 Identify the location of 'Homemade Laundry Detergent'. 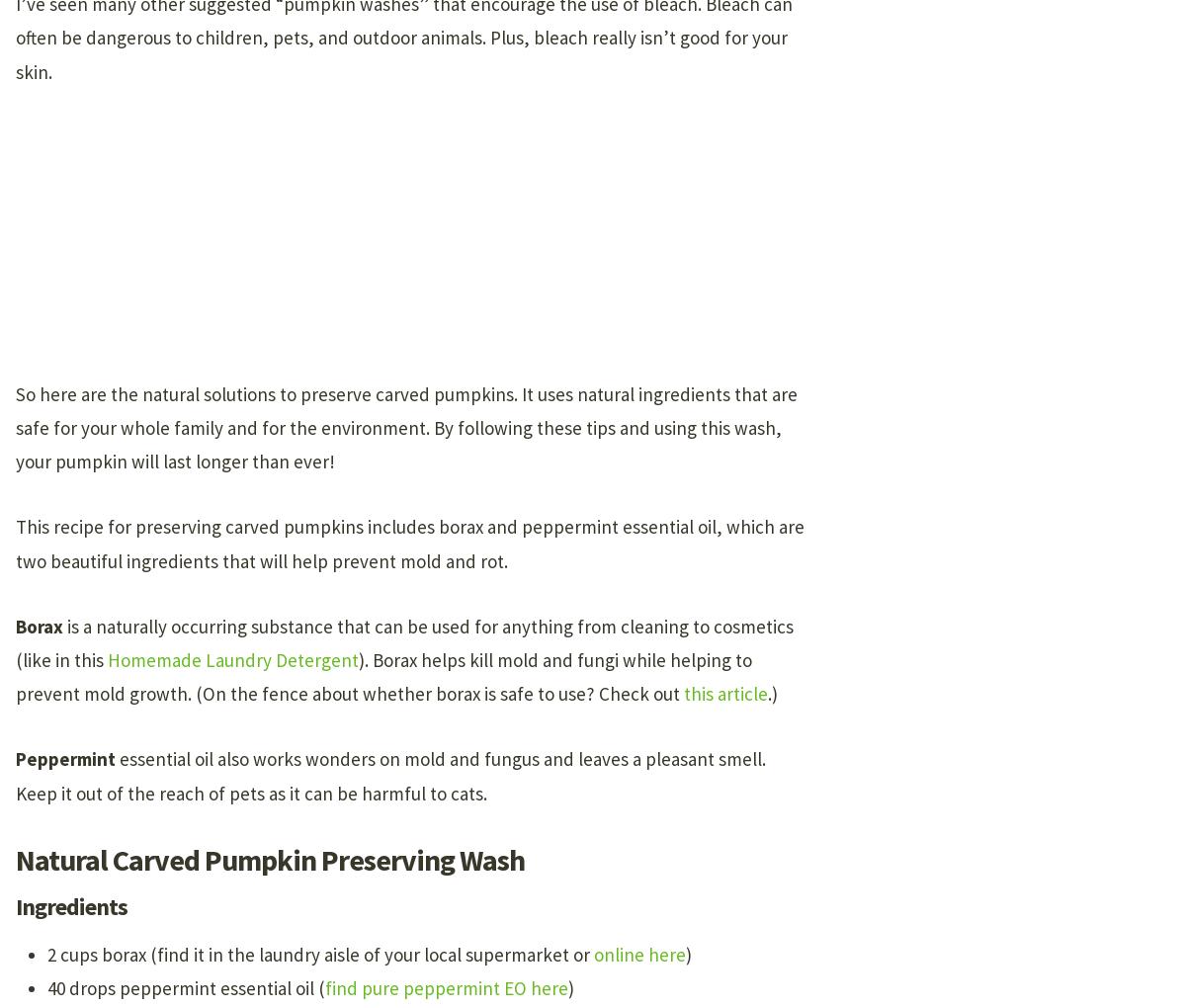
(232, 658).